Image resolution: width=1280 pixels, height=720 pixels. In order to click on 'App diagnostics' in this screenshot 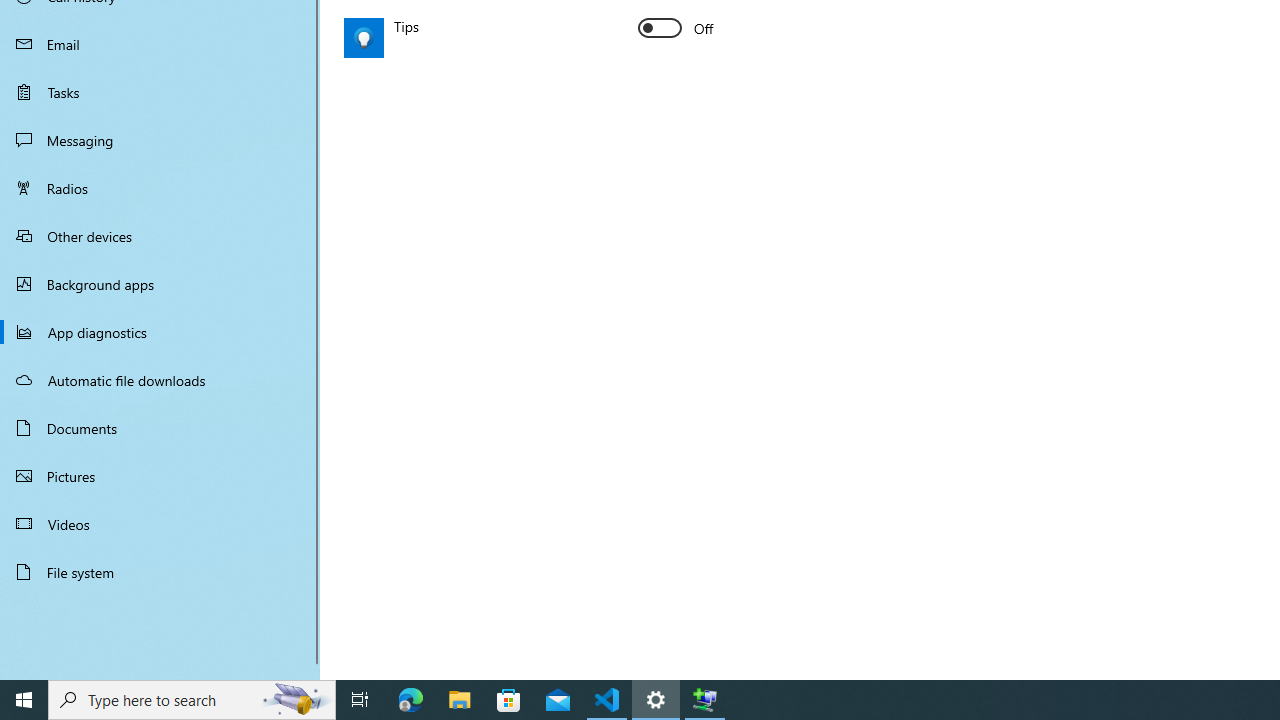, I will do `click(160, 330)`.